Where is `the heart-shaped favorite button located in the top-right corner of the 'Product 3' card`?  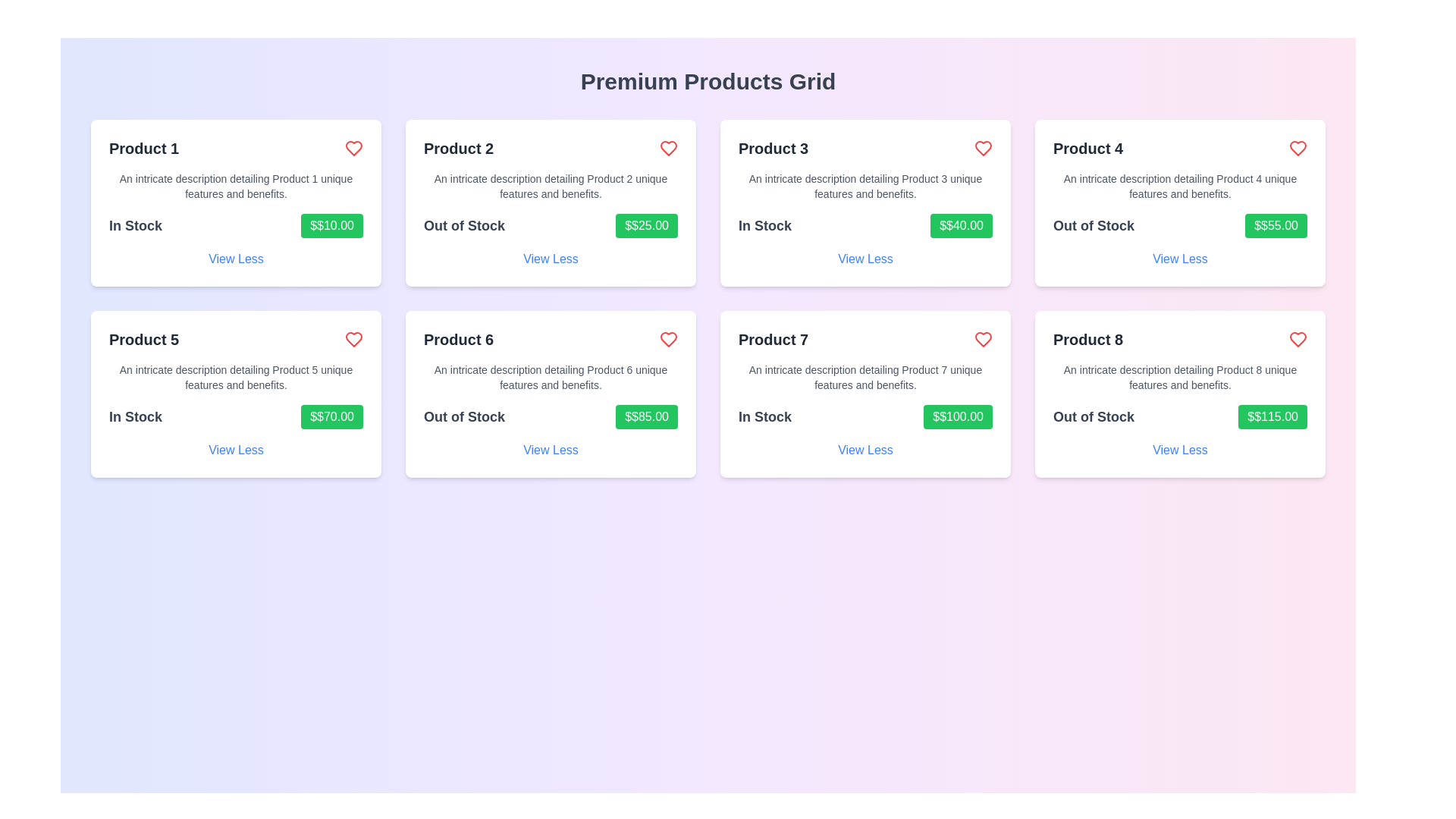 the heart-shaped favorite button located in the top-right corner of the 'Product 3' card is located at coordinates (983, 149).